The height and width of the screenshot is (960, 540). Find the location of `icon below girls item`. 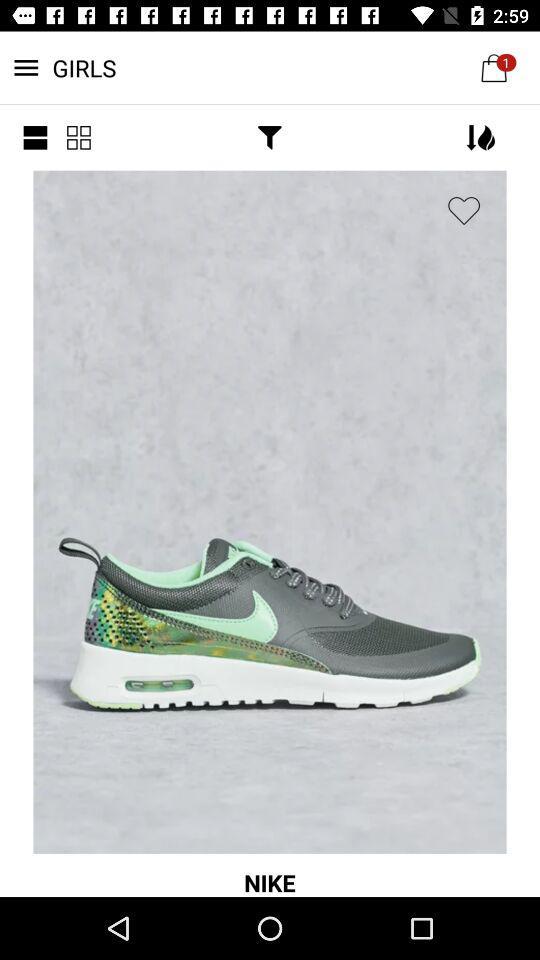

icon below girls item is located at coordinates (269, 136).